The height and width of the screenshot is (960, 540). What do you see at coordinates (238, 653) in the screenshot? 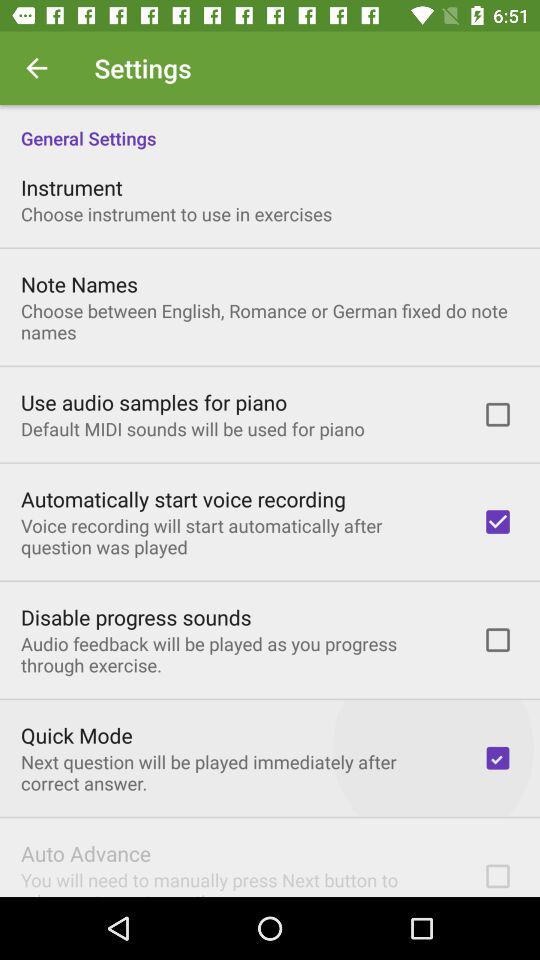
I see `the icon below the disable progress sounds icon` at bounding box center [238, 653].